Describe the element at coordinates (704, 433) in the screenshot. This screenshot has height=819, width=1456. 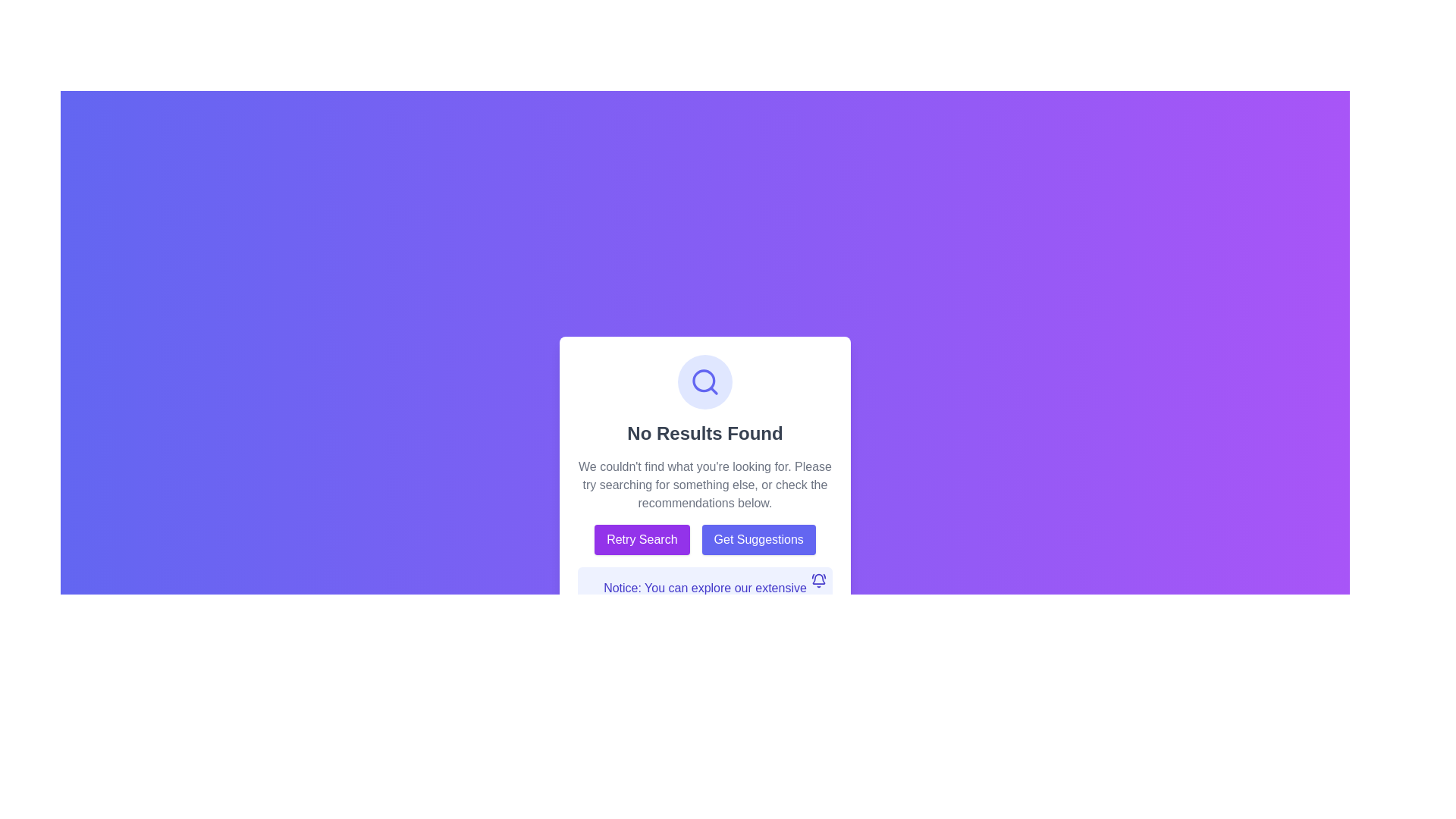
I see `heading text indicating that no results were found, located at the center of the card below the icon and above the descriptive text` at that location.